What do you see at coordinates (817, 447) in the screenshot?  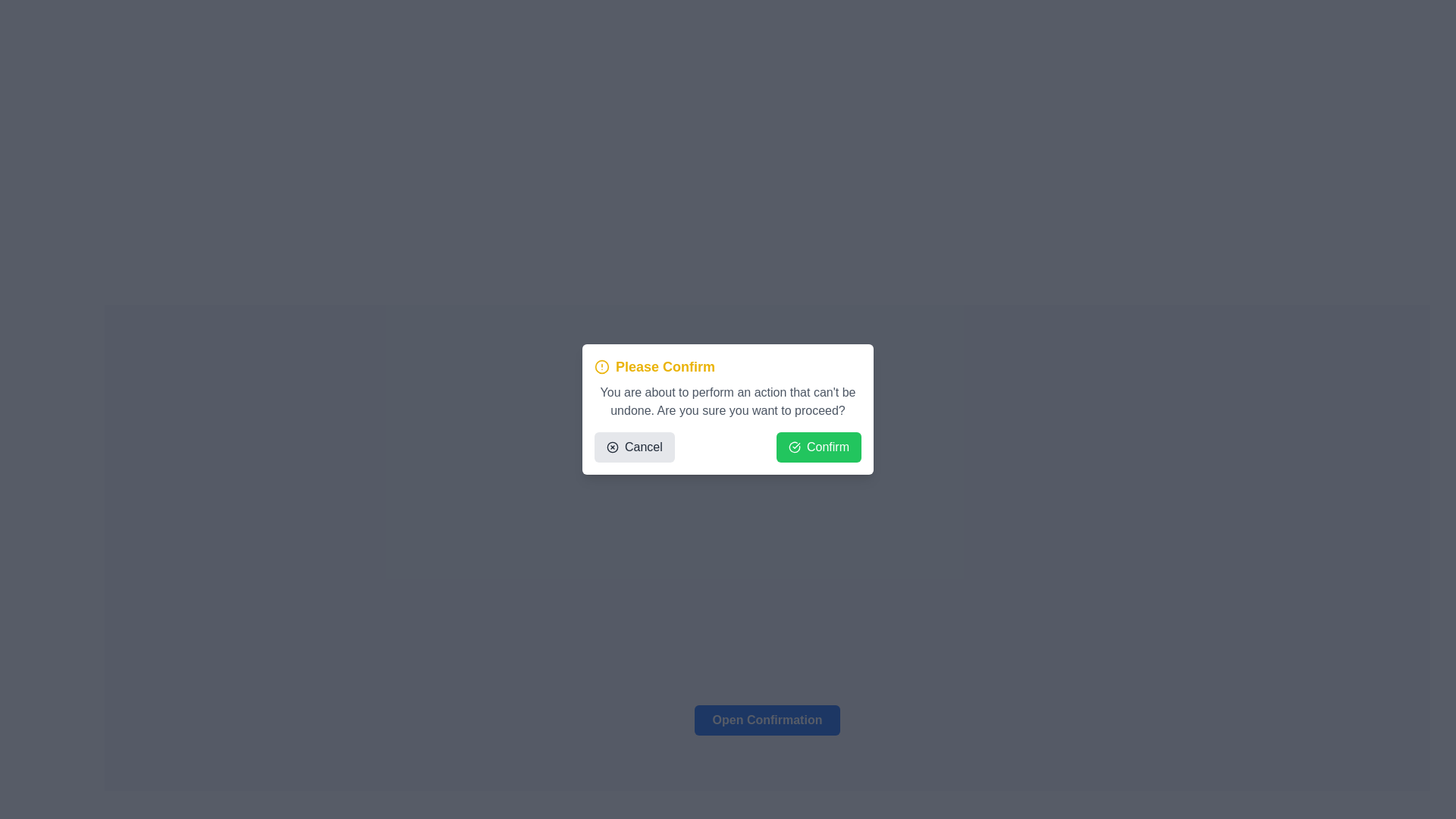 I see `the 'Confirm' button with a green background and white text to confirm the action` at bounding box center [817, 447].